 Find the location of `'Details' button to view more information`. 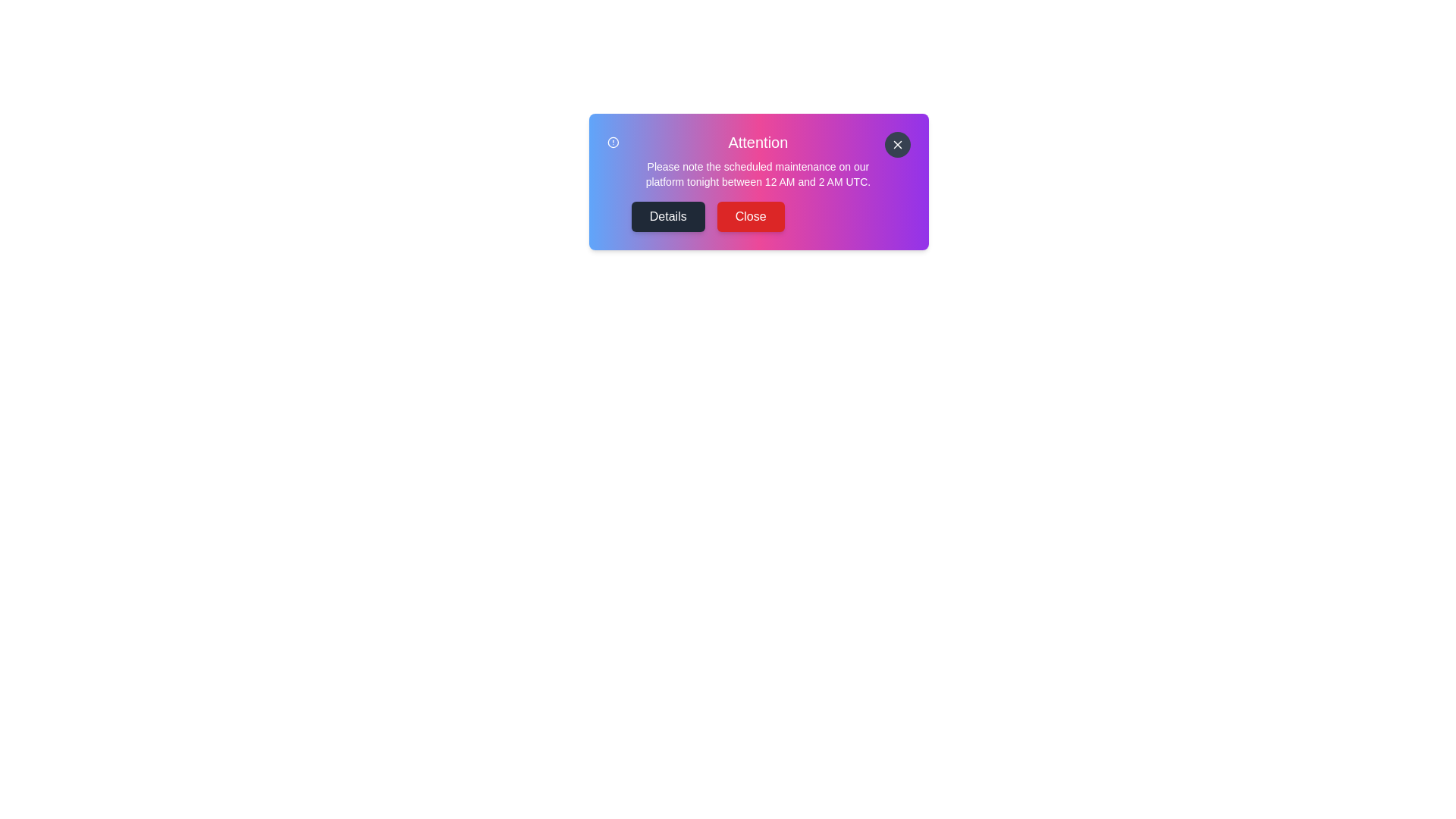

'Details' button to view more information is located at coordinates (667, 216).